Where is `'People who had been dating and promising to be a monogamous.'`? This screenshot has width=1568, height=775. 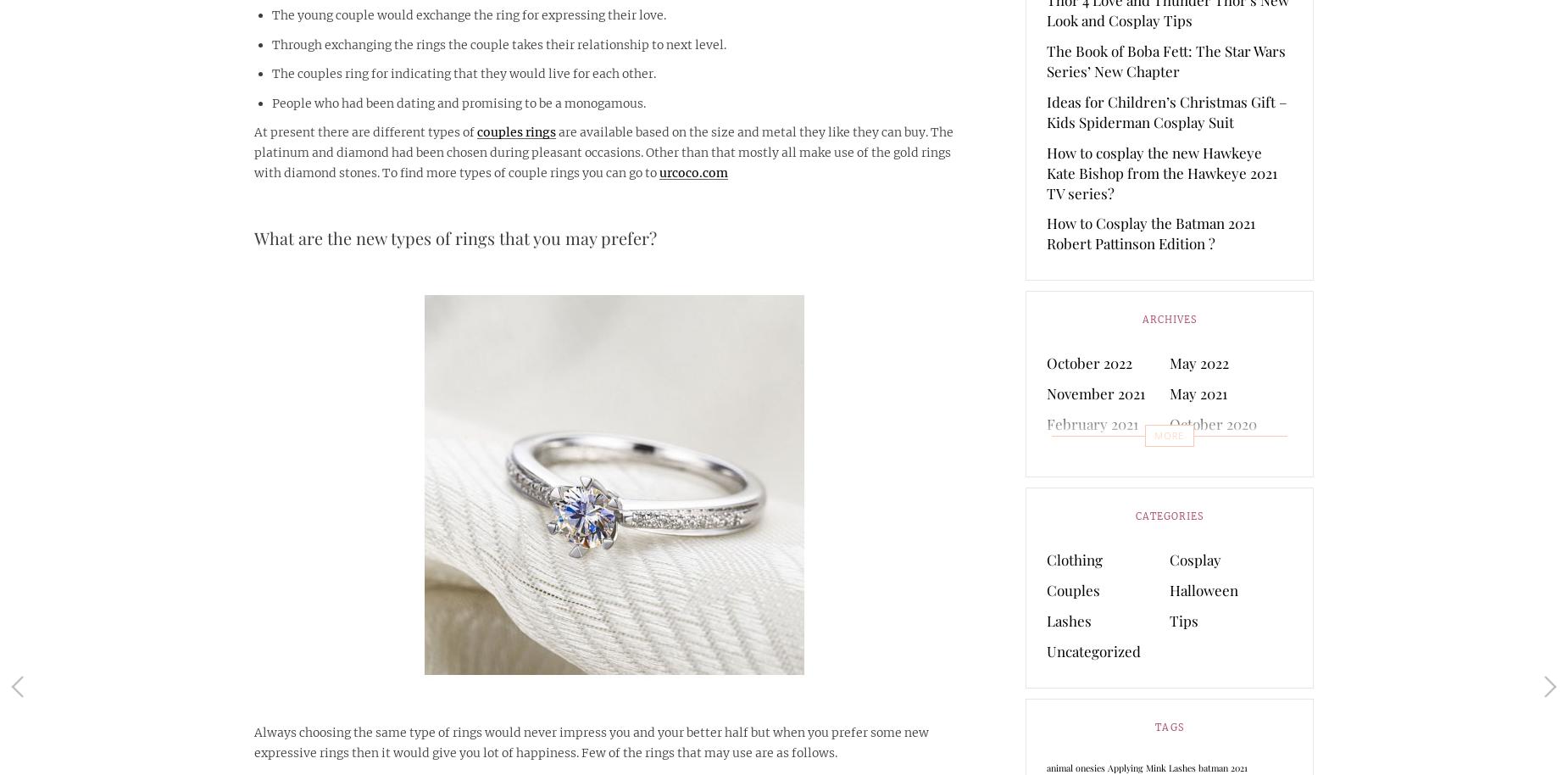
'People who had been dating and promising to be a monogamous.' is located at coordinates (458, 103).